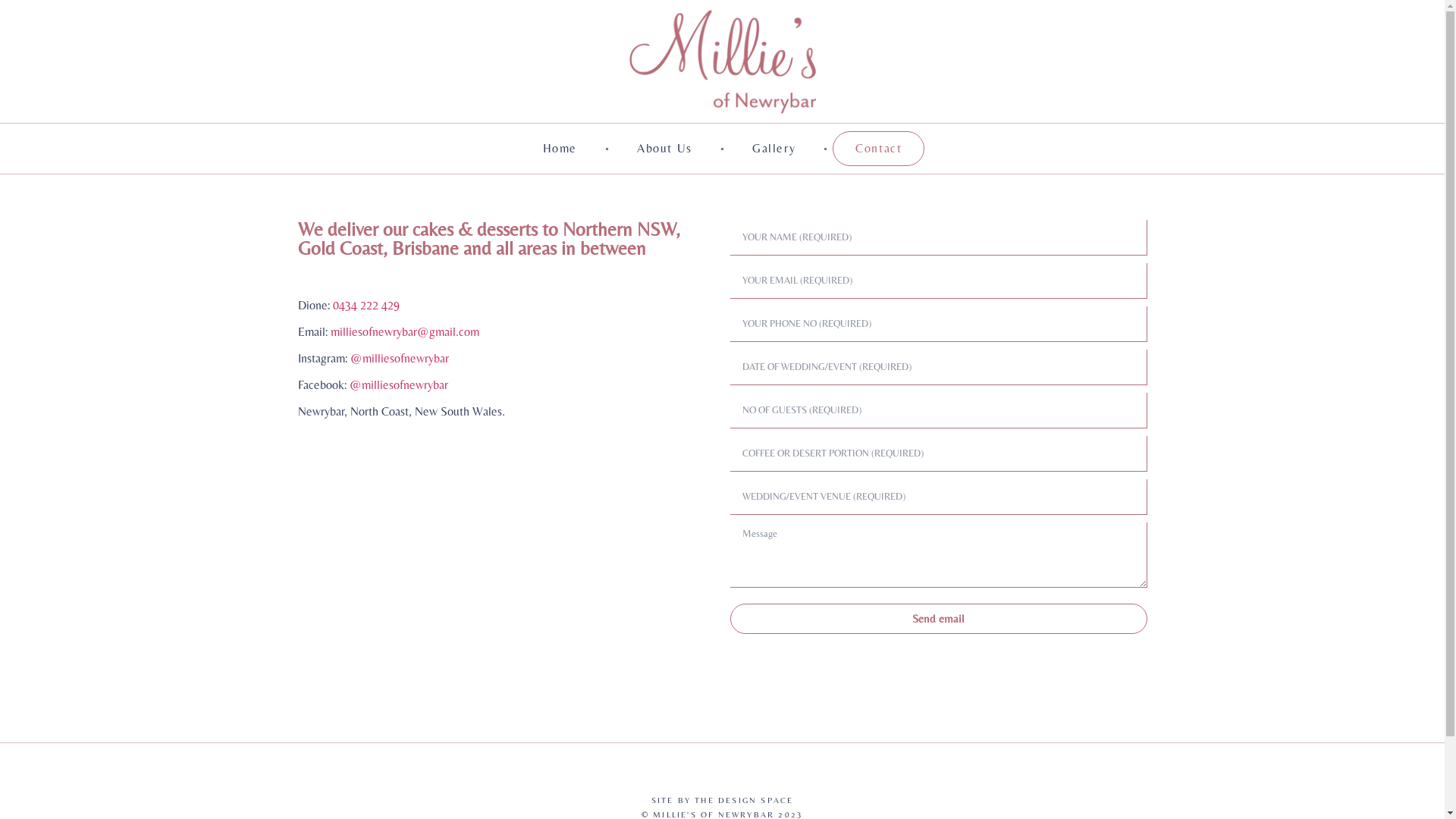 The height and width of the screenshot is (819, 1456). What do you see at coordinates (722, 799) in the screenshot?
I see `'SITE BY THE DESIGN SPACE'` at bounding box center [722, 799].